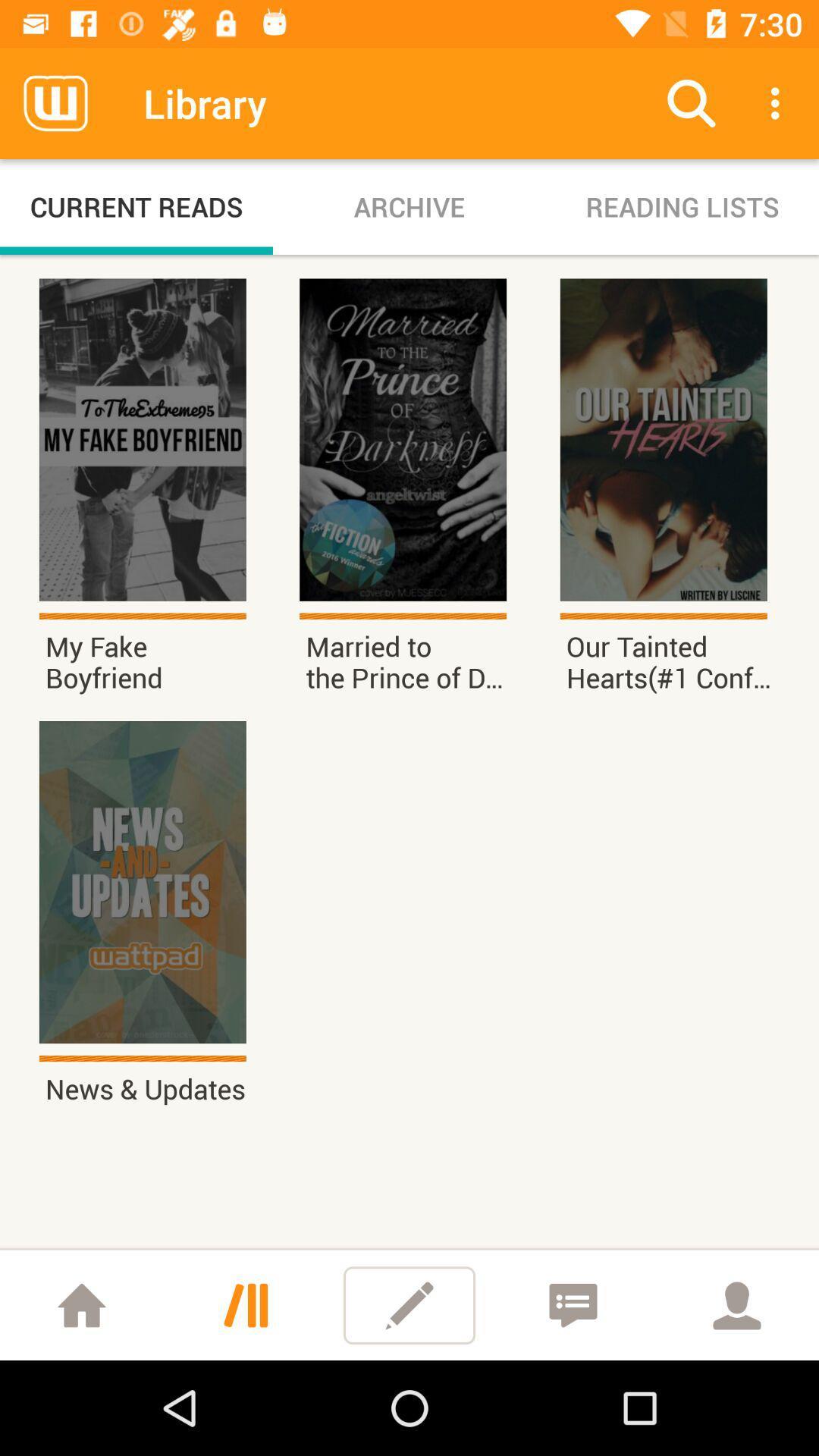  I want to click on the icon above the reading lists item, so click(691, 102).